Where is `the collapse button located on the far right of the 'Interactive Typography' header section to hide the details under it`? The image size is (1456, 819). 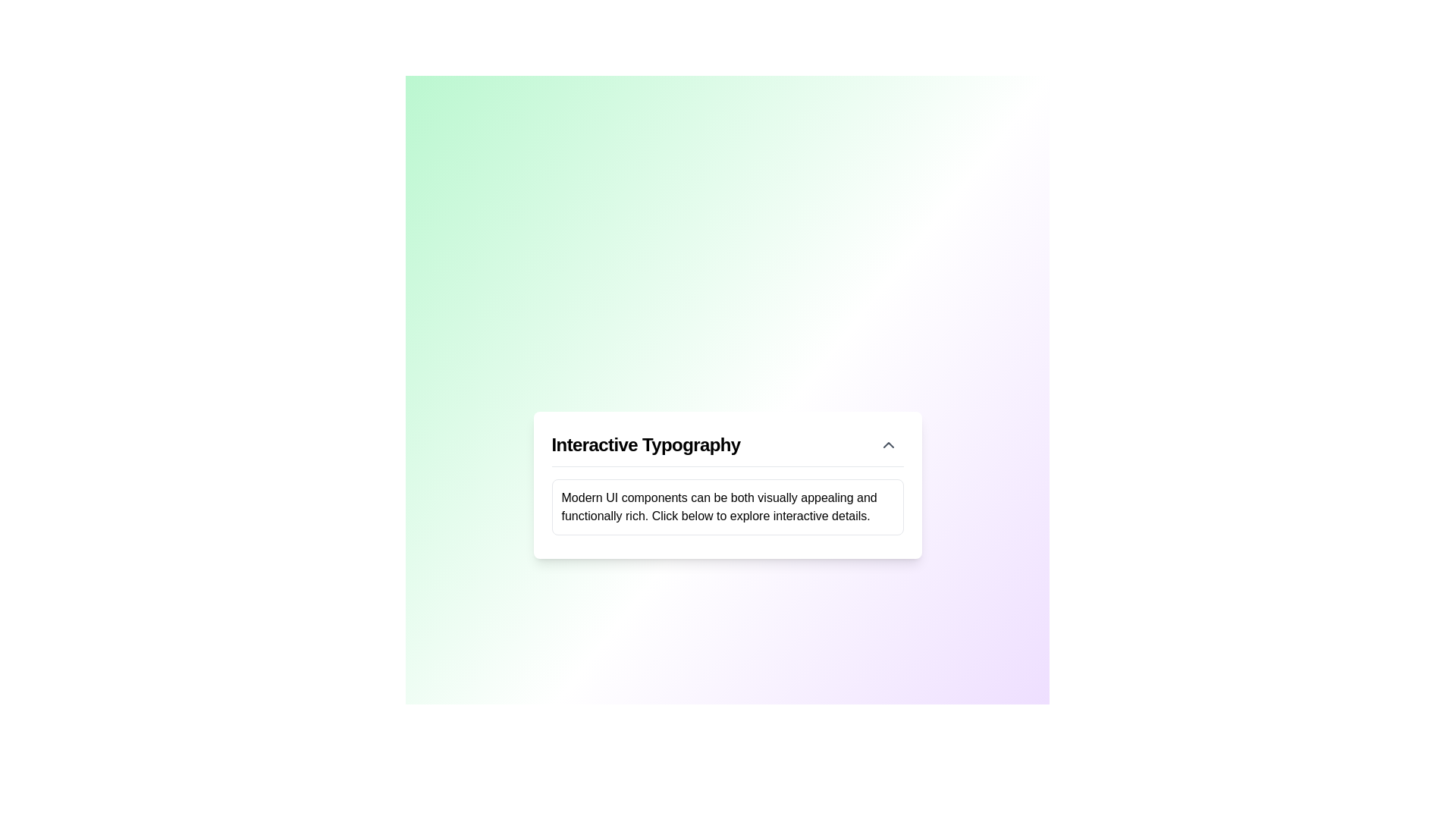
the collapse button located on the far right of the 'Interactive Typography' header section to hide the details under it is located at coordinates (888, 444).